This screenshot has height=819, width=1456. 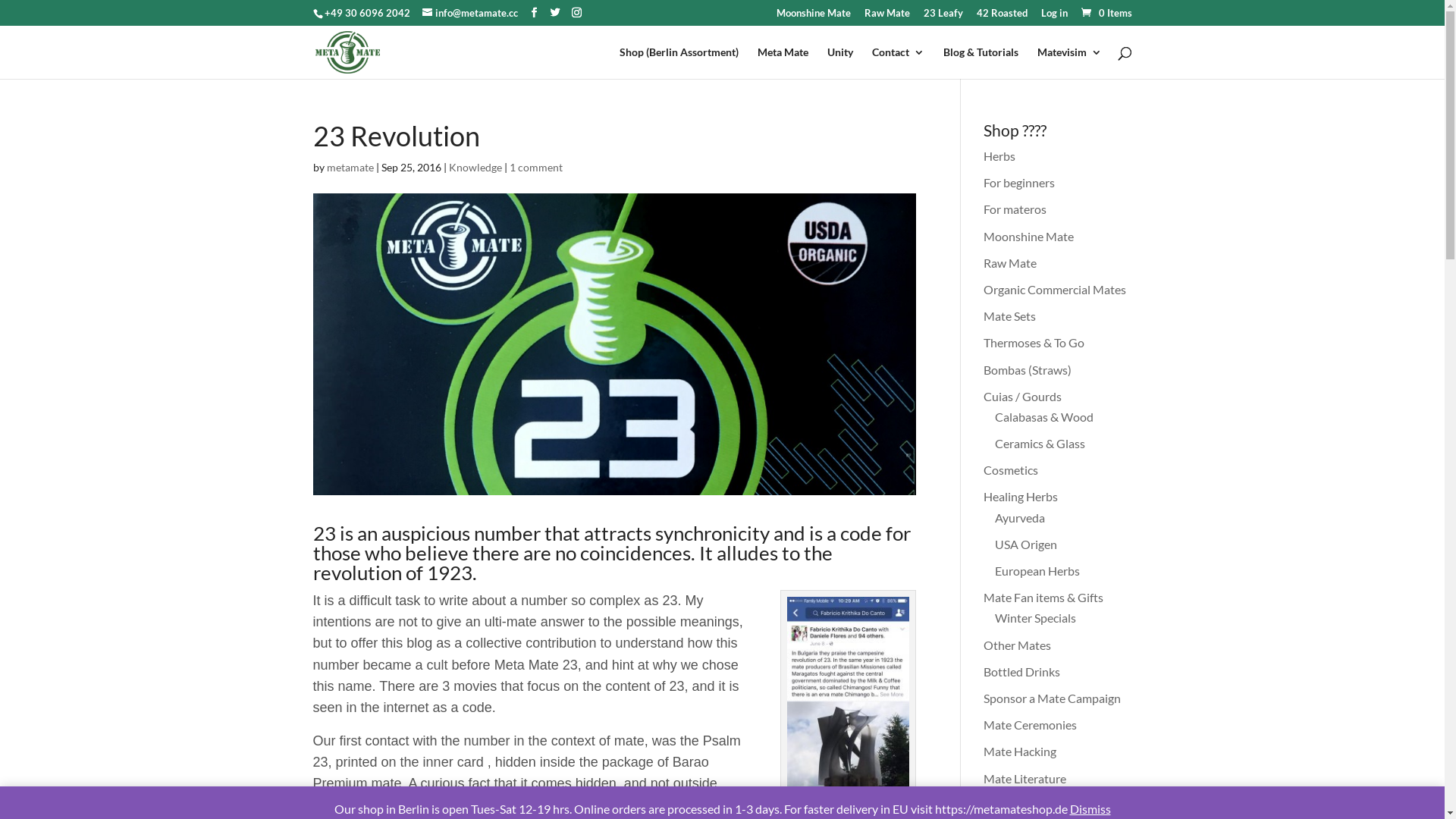 What do you see at coordinates (782, 62) in the screenshot?
I see `'Meta Mate'` at bounding box center [782, 62].